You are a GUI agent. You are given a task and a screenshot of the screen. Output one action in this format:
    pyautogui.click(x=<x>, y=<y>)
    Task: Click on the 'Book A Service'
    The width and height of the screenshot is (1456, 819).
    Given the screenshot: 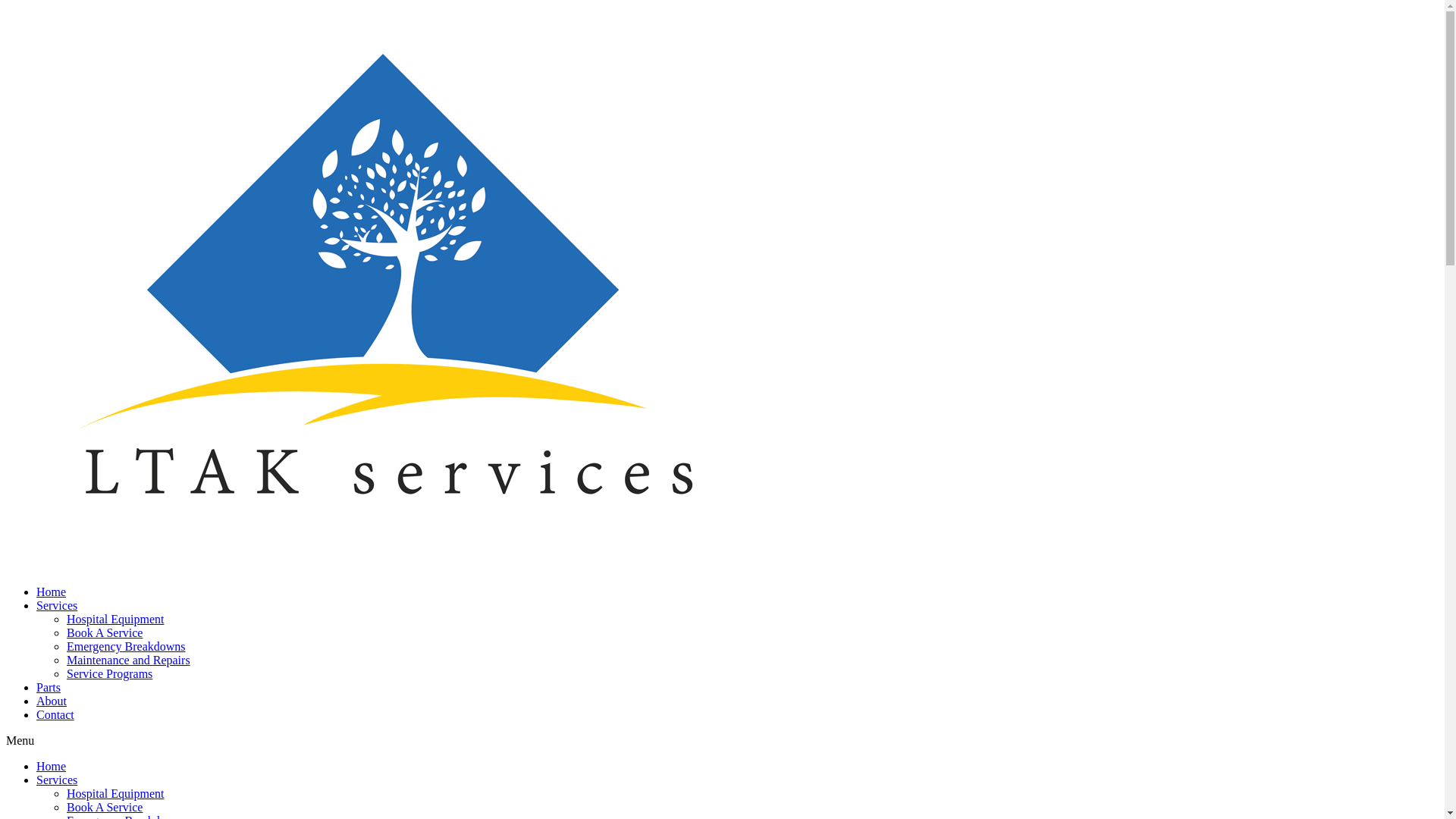 What is the action you would take?
    pyautogui.click(x=65, y=806)
    